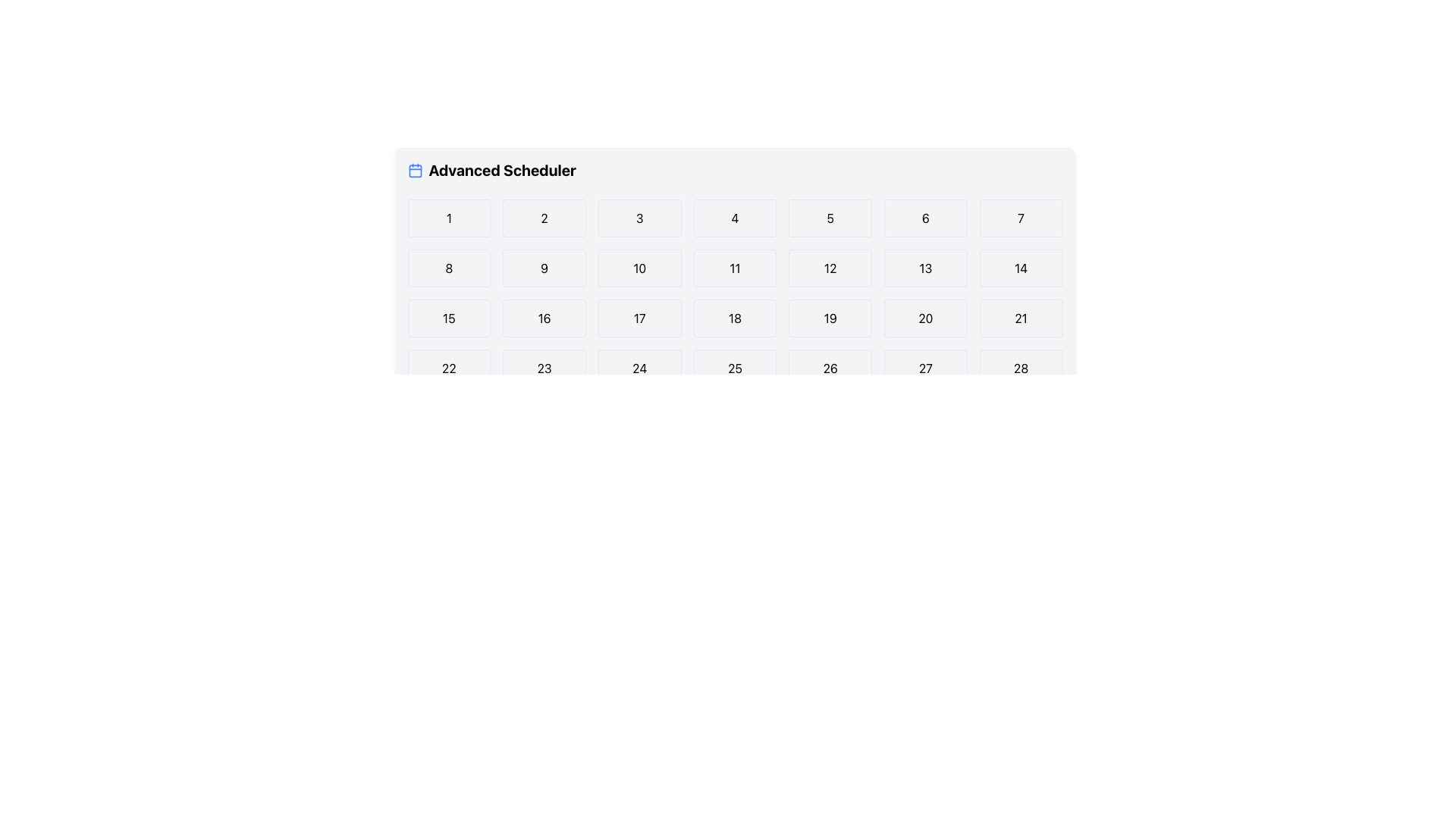  I want to click on the button representing the number '14', so click(1021, 268).